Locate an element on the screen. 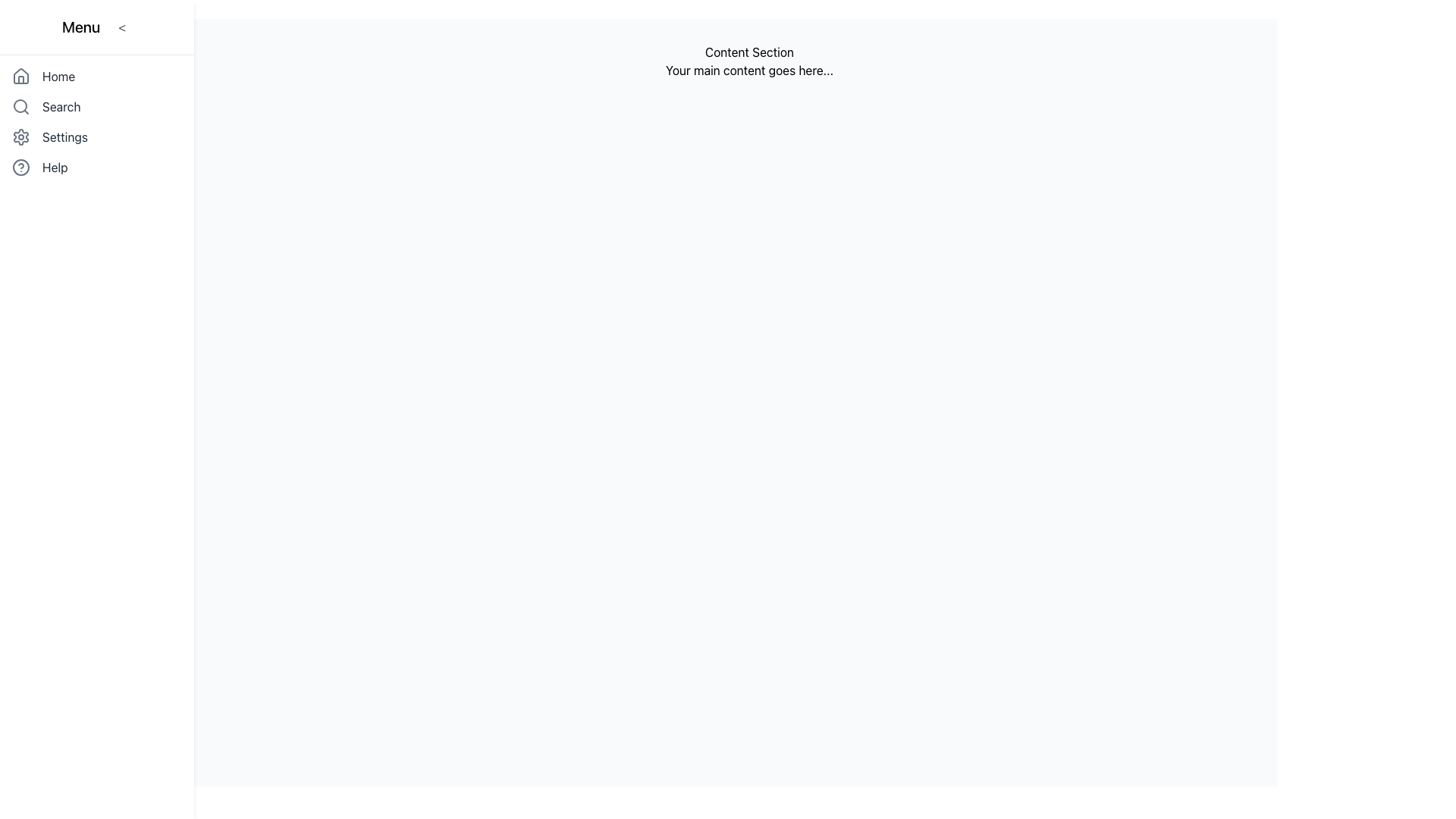 This screenshot has height=819, width=1456. the gray cogwheel icon indicating settings functionality, located next to the 'Settings' text in the left sidebar is located at coordinates (21, 137).